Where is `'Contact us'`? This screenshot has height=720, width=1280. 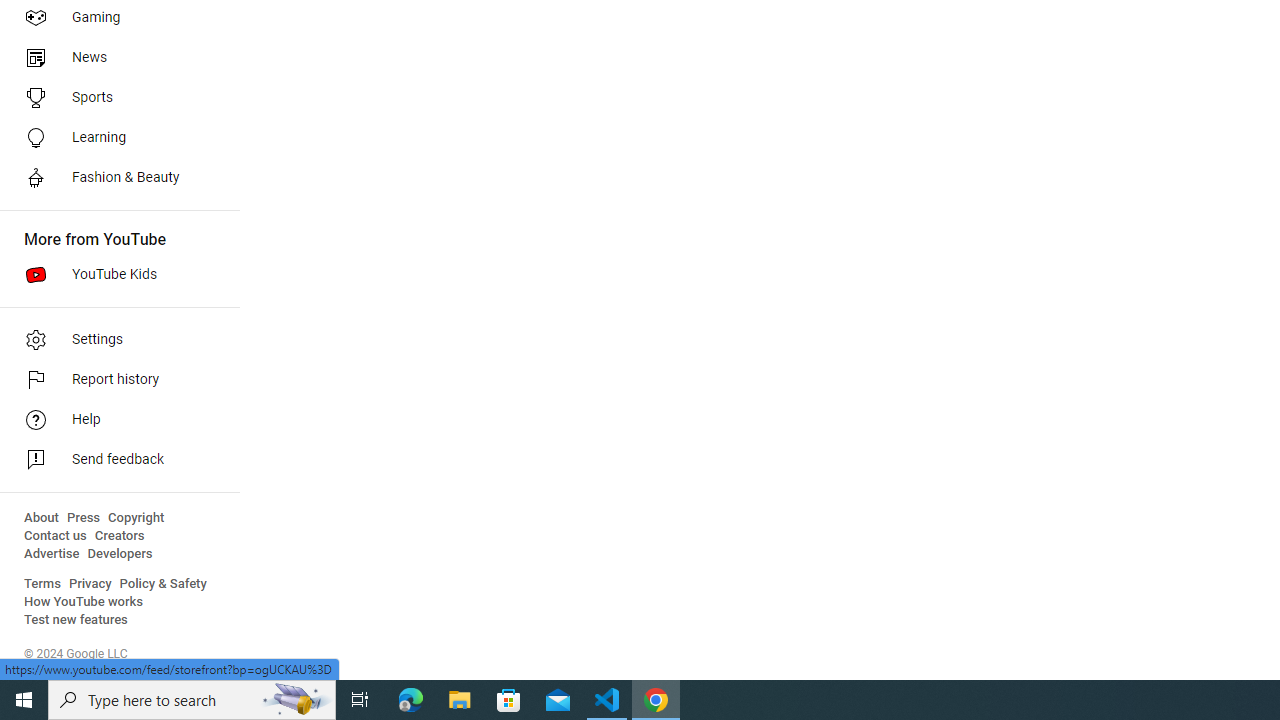
'Contact us' is located at coordinates (55, 535).